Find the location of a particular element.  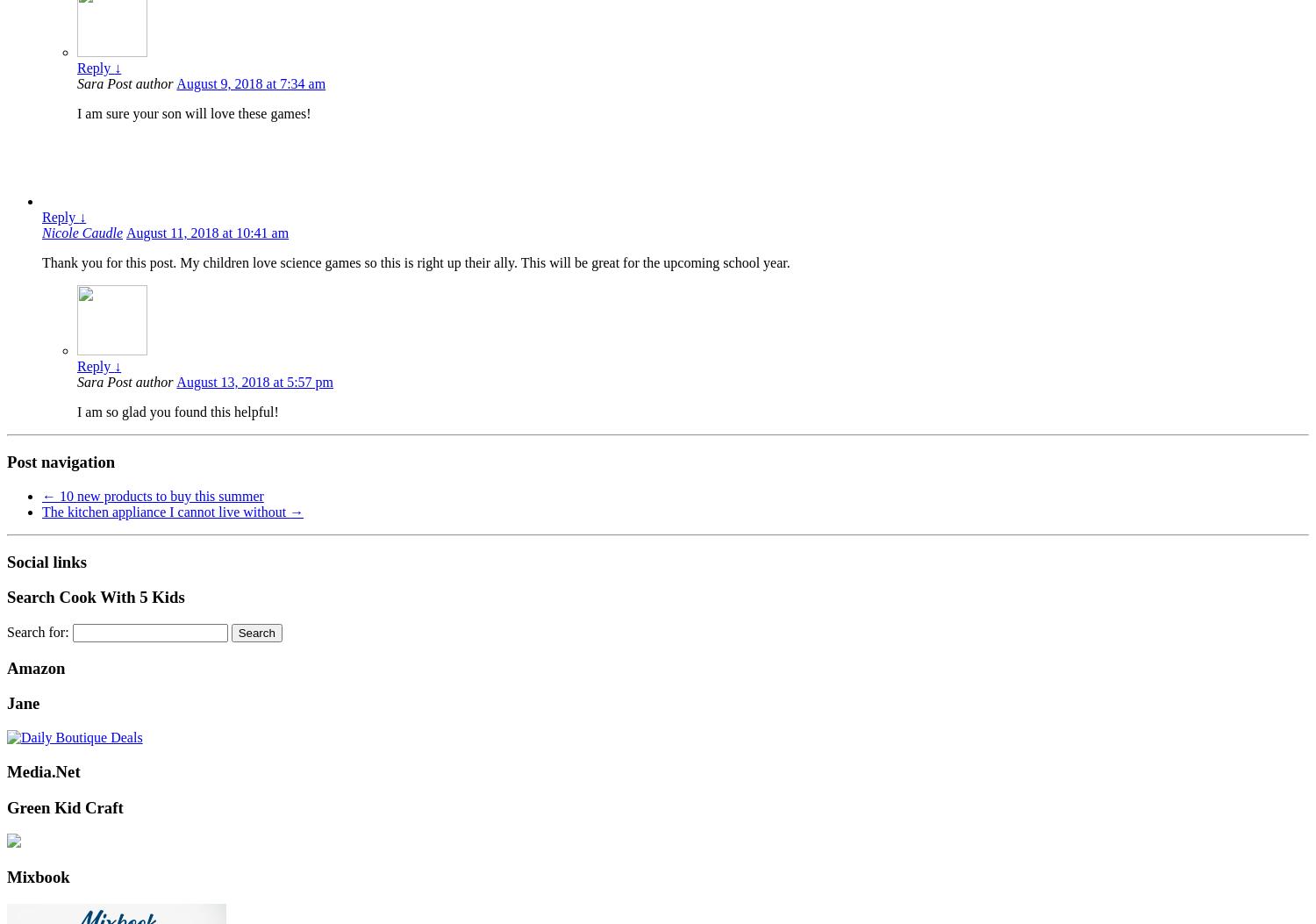

'August 13, 2018 at 5:57 pm' is located at coordinates (175, 381).